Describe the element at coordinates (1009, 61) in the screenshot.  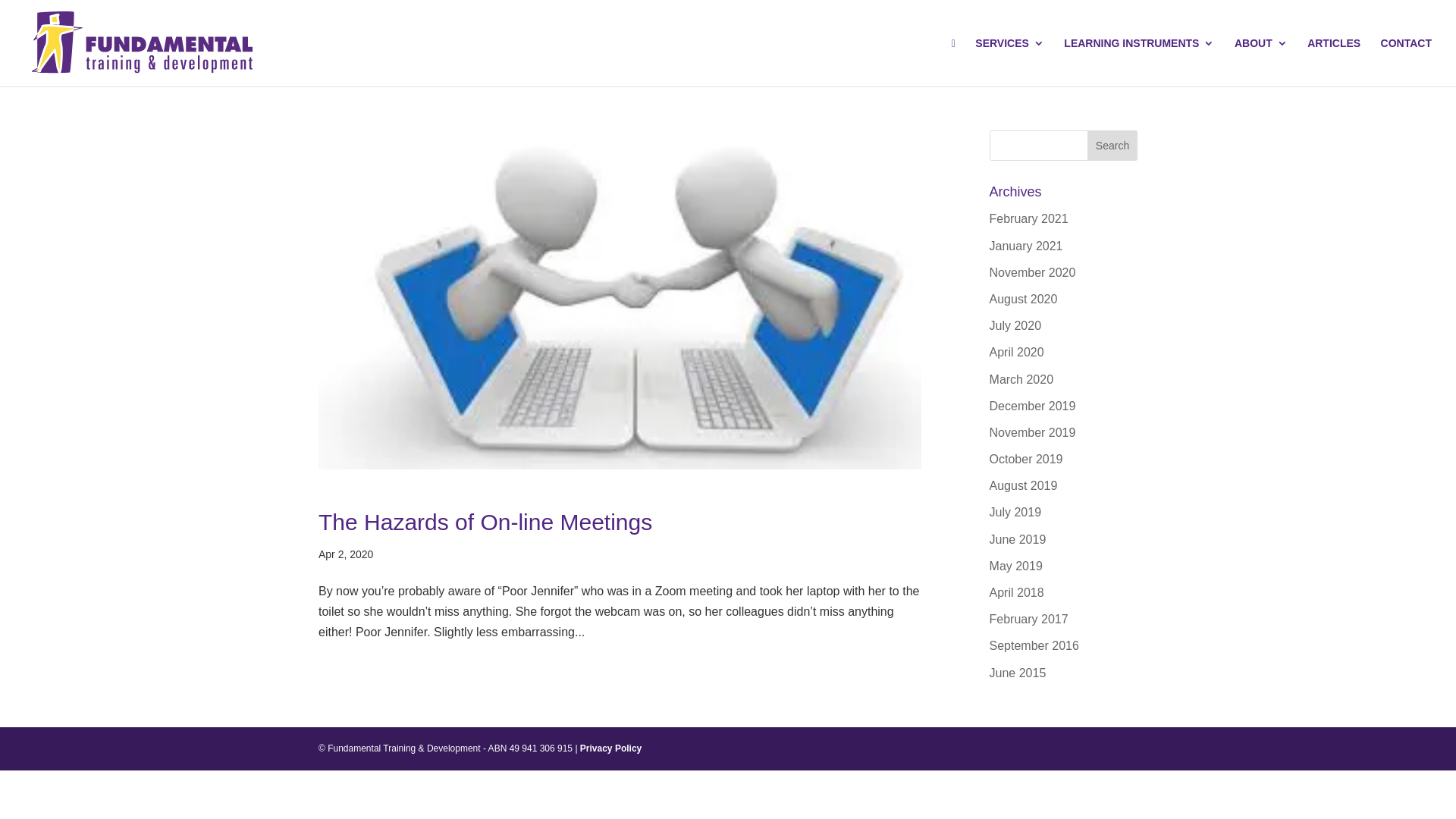
I see `'SERVICES'` at that location.